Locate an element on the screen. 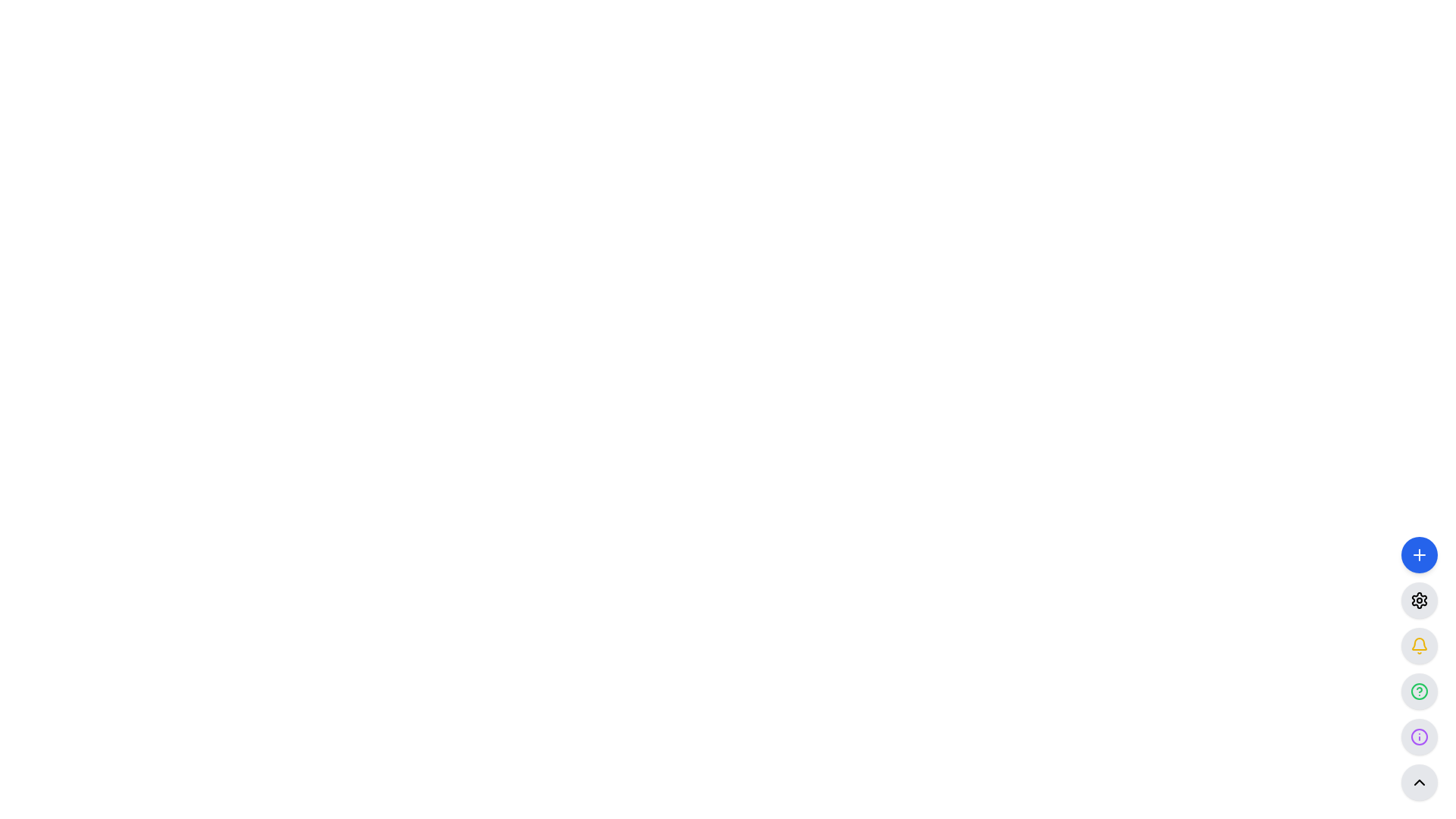  the upward-pointing triangular chevron icon within the light gray circular button at the bottom of the vertical list is located at coordinates (1419, 783).